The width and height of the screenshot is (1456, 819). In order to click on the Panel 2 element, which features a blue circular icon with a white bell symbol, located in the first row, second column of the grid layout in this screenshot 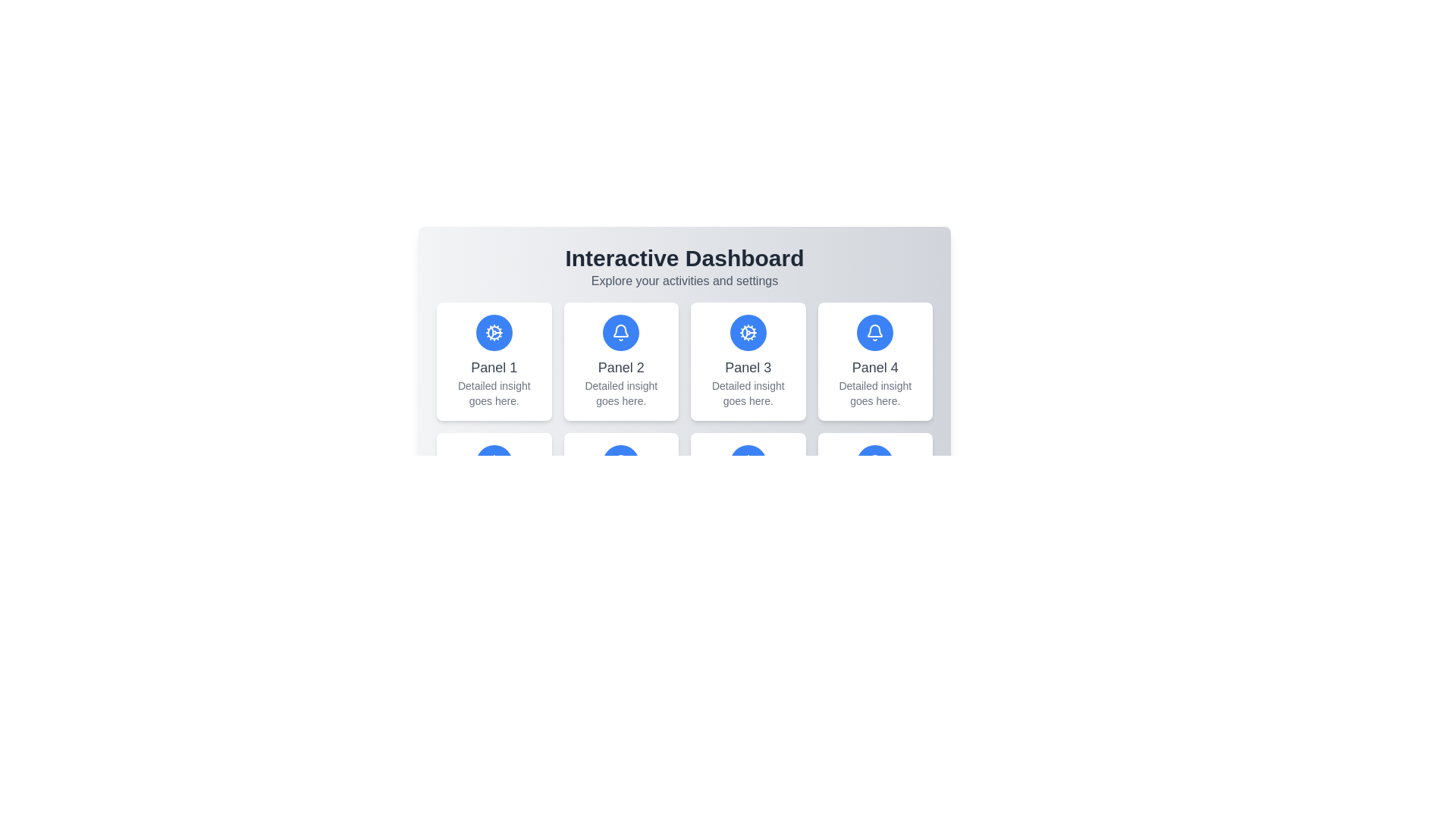, I will do `click(621, 362)`.